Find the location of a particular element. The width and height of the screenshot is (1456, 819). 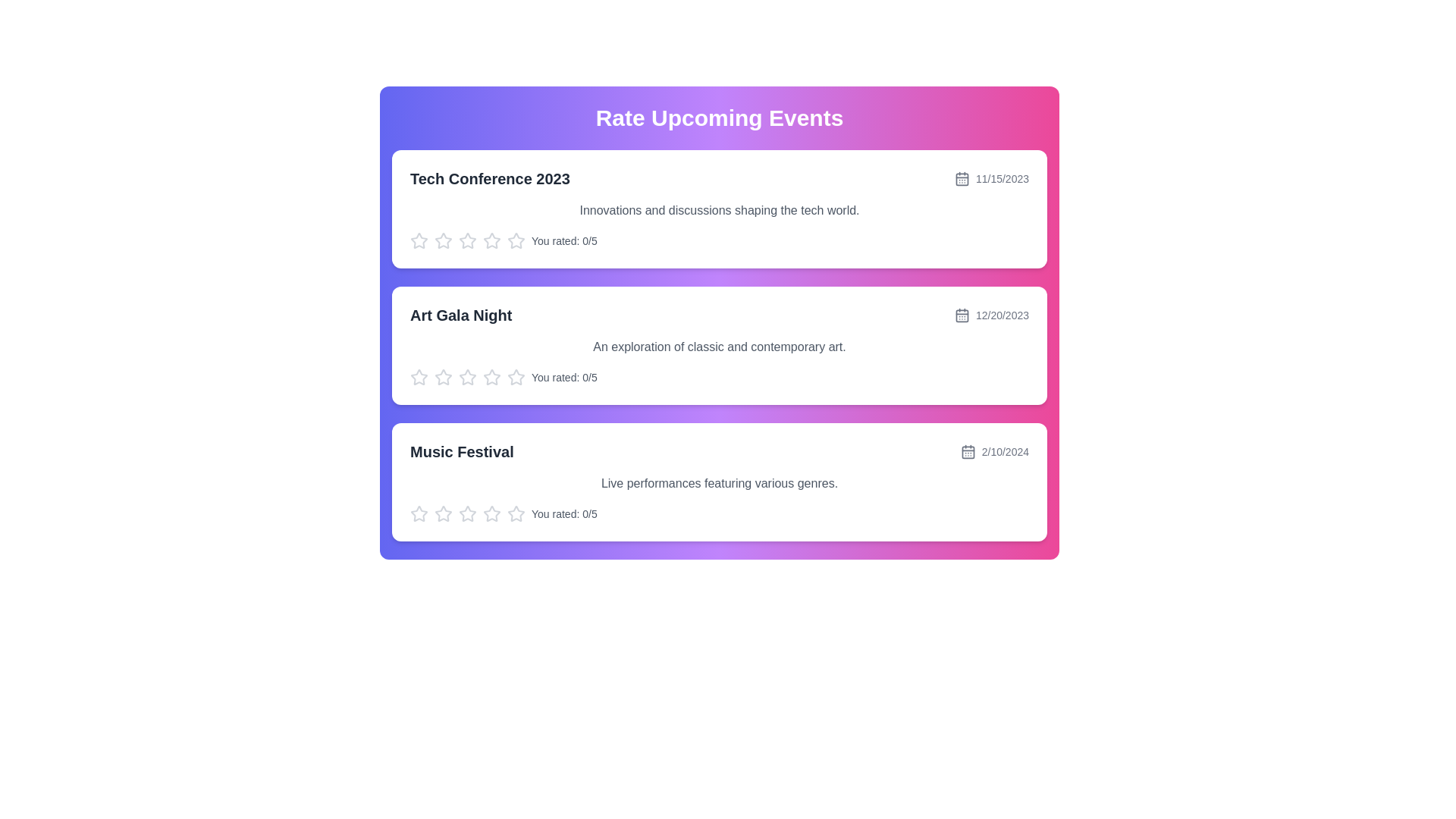

the third star in the rating system under the 'Art Gala Night' event card is located at coordinates (443, 376).